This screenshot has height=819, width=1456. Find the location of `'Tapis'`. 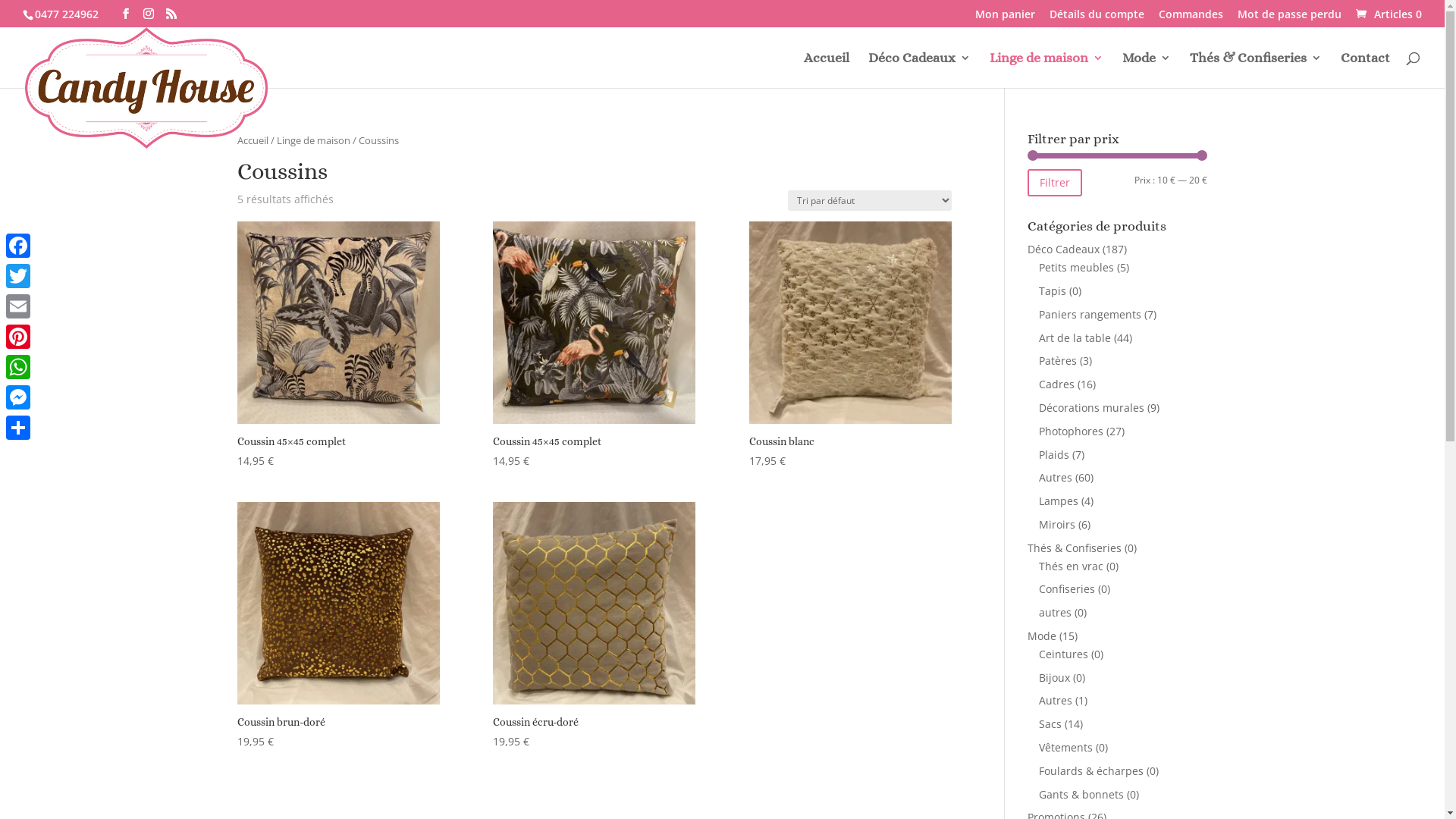

'Tapis' is located at coordinates (1037, 290).